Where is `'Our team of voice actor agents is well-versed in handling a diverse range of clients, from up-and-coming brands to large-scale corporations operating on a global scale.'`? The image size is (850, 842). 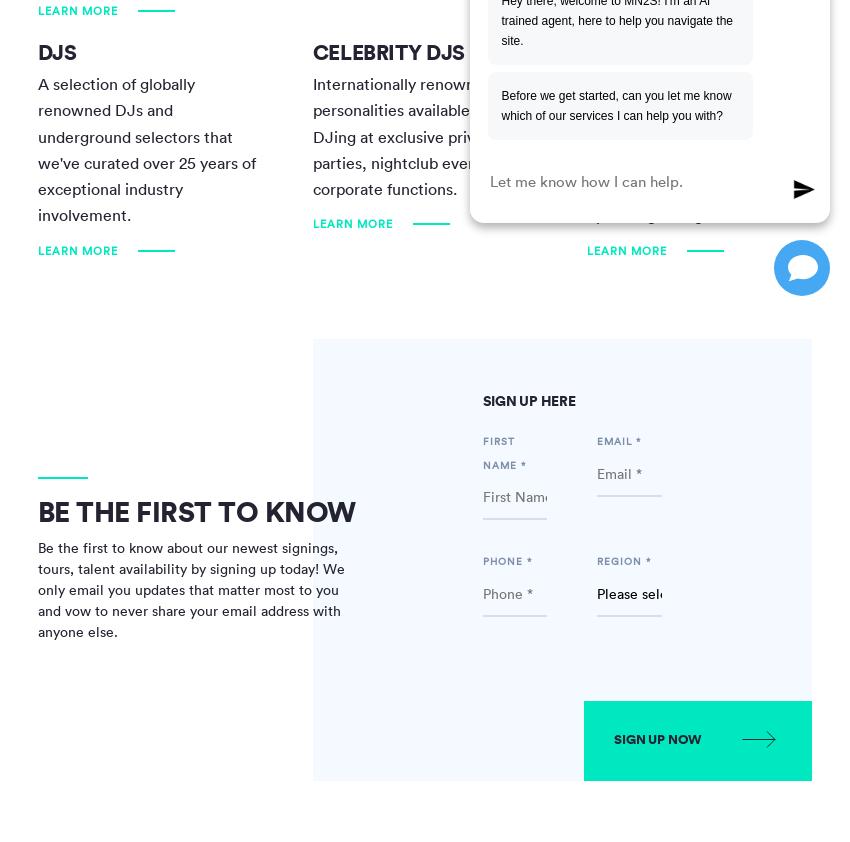 'Our team of voice actor agents is well-versed in handling a diverse range of clients, from up-and-coming brands to large-scale corporations operating on a global scale.' is located at coordinates (697, 148).